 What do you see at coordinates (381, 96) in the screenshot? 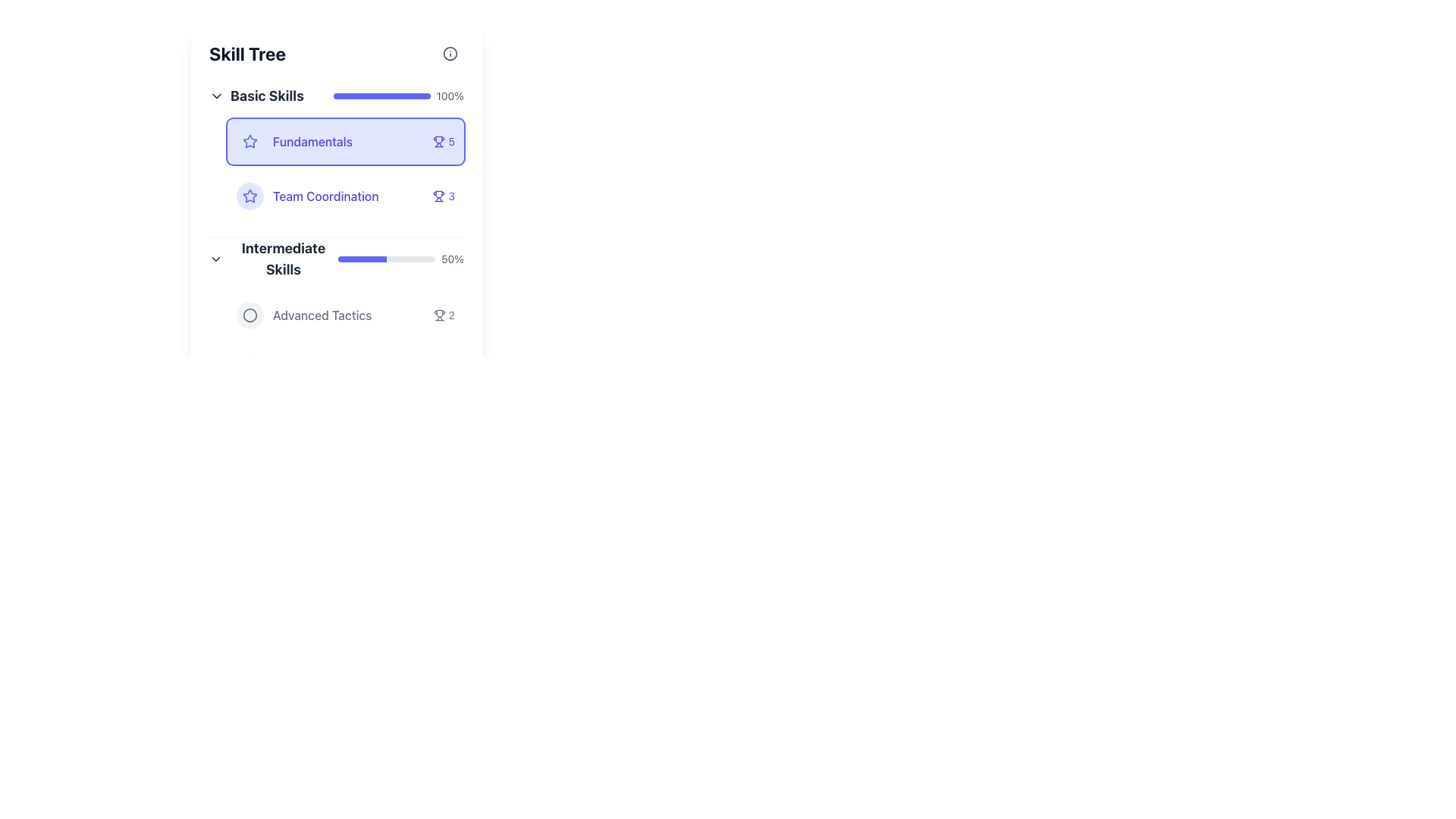
I see `the progress bar located at the top of the 'Basic Skills' category under the 'Skill Tree' section, which features a gray background and a purple filling bar` at bounding box center [381, 96].